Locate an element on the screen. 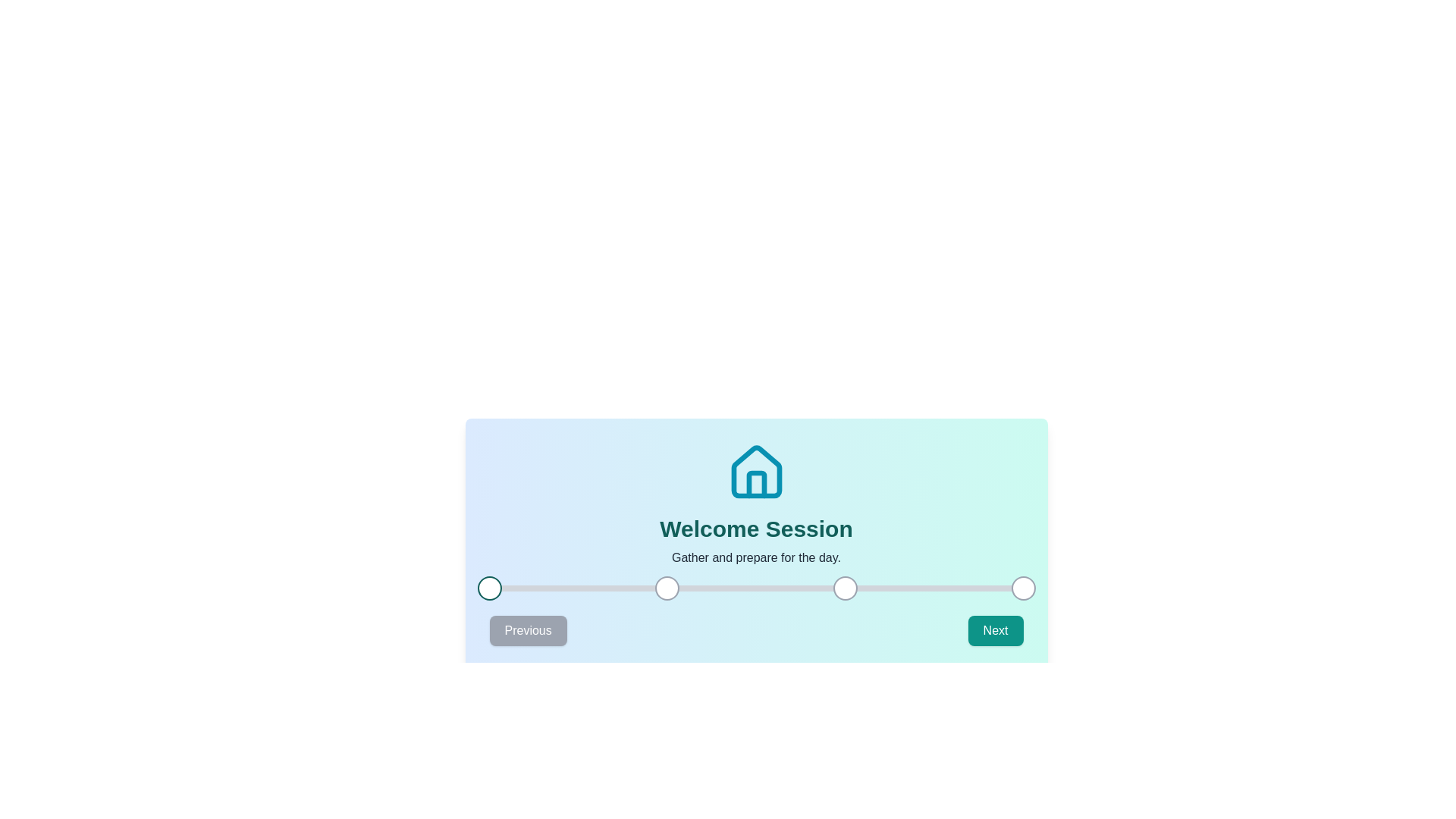 This screenshot has height=819, width=1456. the progress indicator corresponding to step 2 is located at coordinates (667, 587).